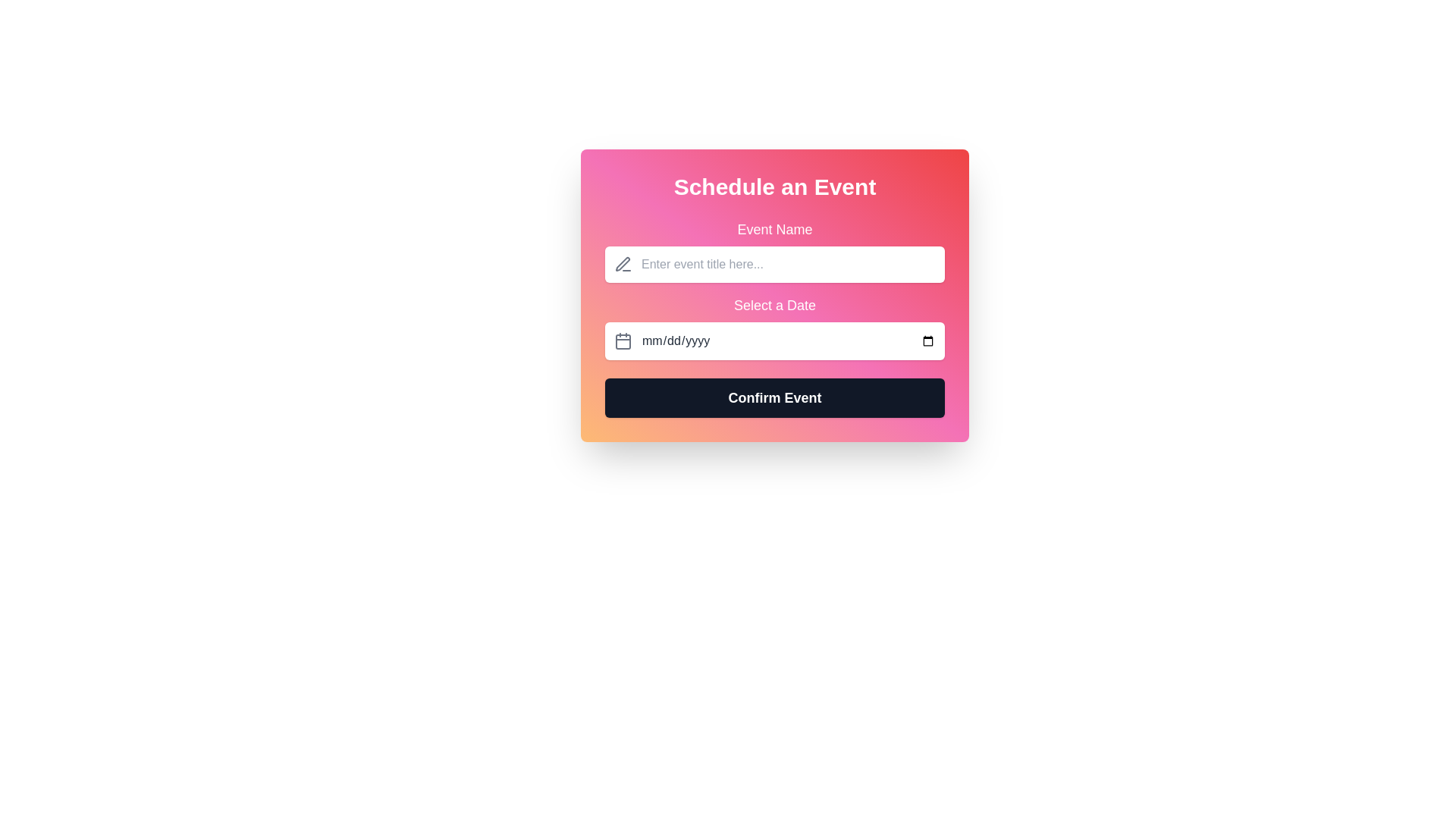 This screenshot has height=819, width=1456. Describe the element at coordinates (623, 341) in the screenshot. I see `the minimalist gray calendar icon located to the left of the date input field with placeholder text 'mm/dd/yyyy' within the colorful gradient card` at that location.